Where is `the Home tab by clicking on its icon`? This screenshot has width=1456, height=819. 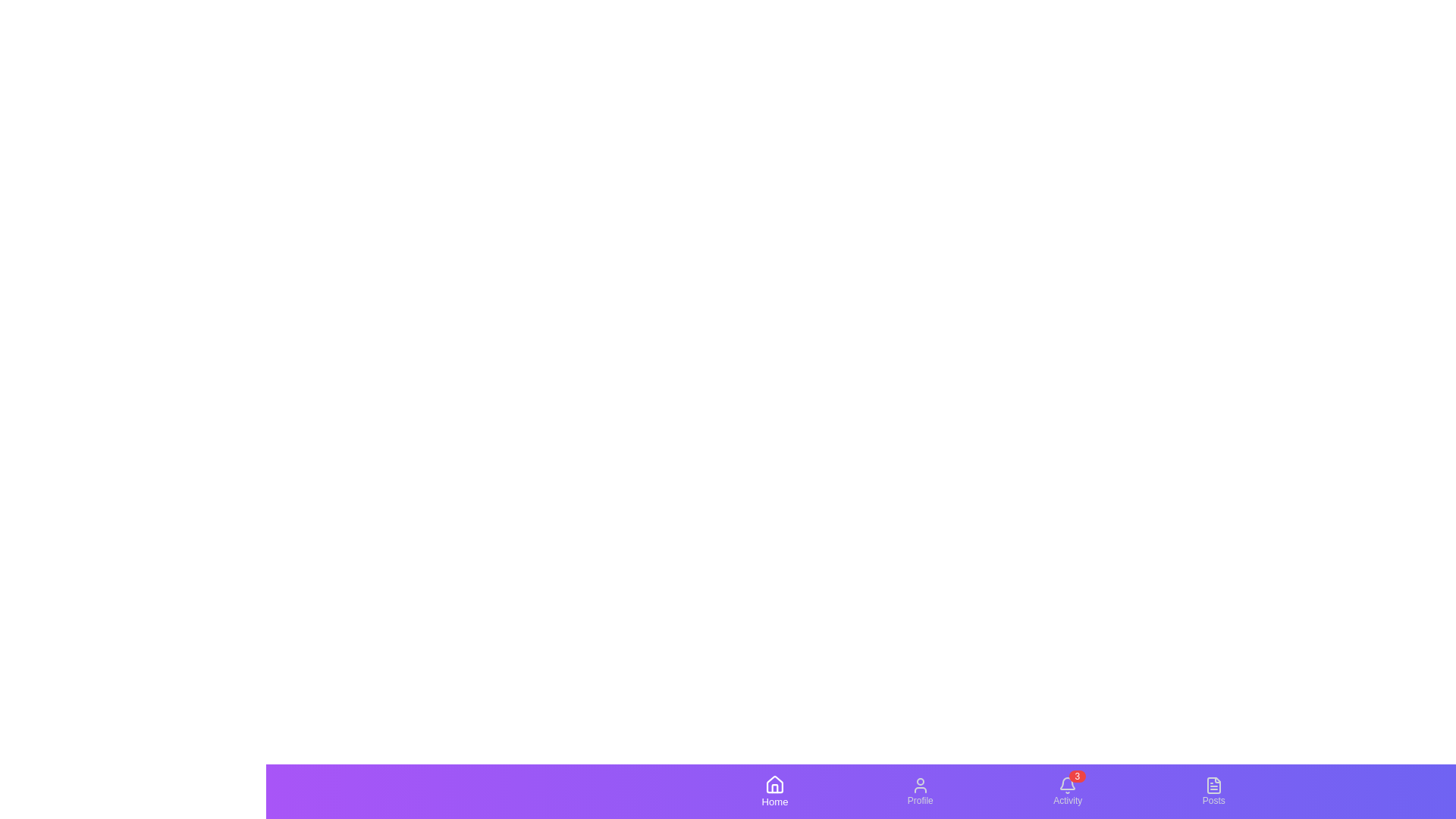
the Home tab by clicking on its icon is located at coordinates (775, 791).